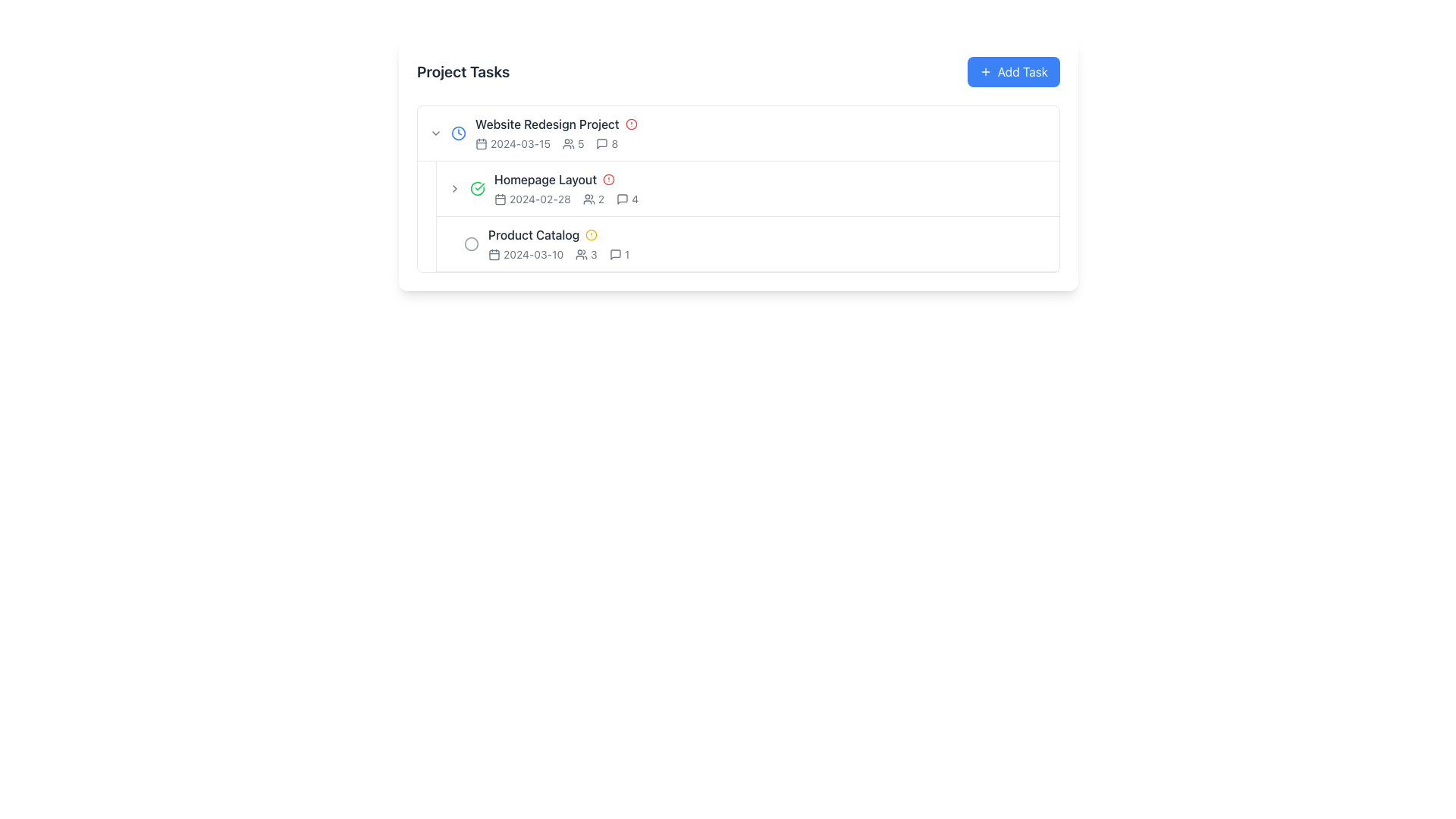 The image size is (1456, 819). I want to click on the speech bubble icon located in the 'Product Catalog' row of the 'Project Tasks' list, so click(615, 253).